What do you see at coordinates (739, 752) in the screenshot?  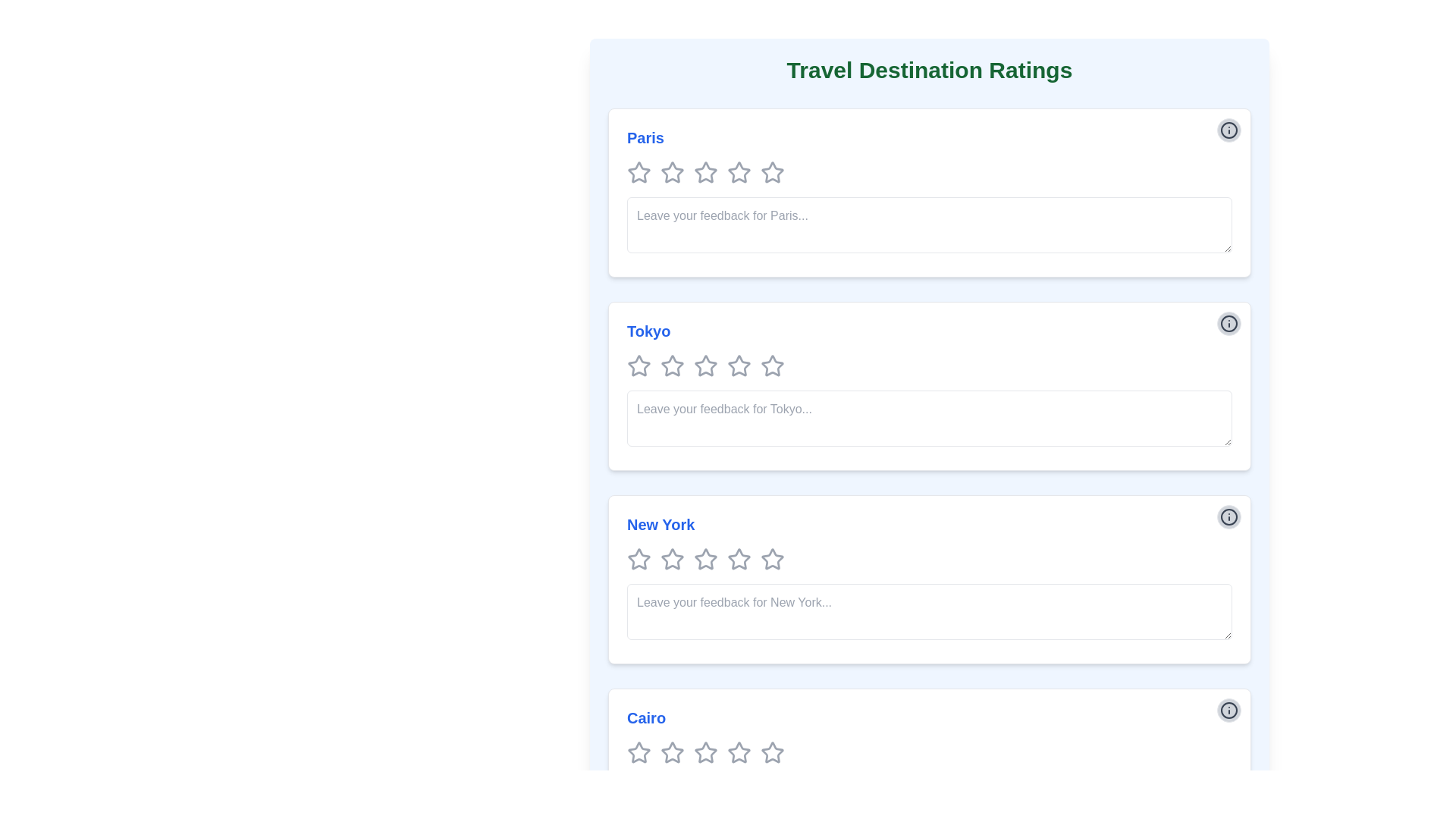 I see `the fifth star icon in the Cairo rating section` at bounding box center [739, 752].